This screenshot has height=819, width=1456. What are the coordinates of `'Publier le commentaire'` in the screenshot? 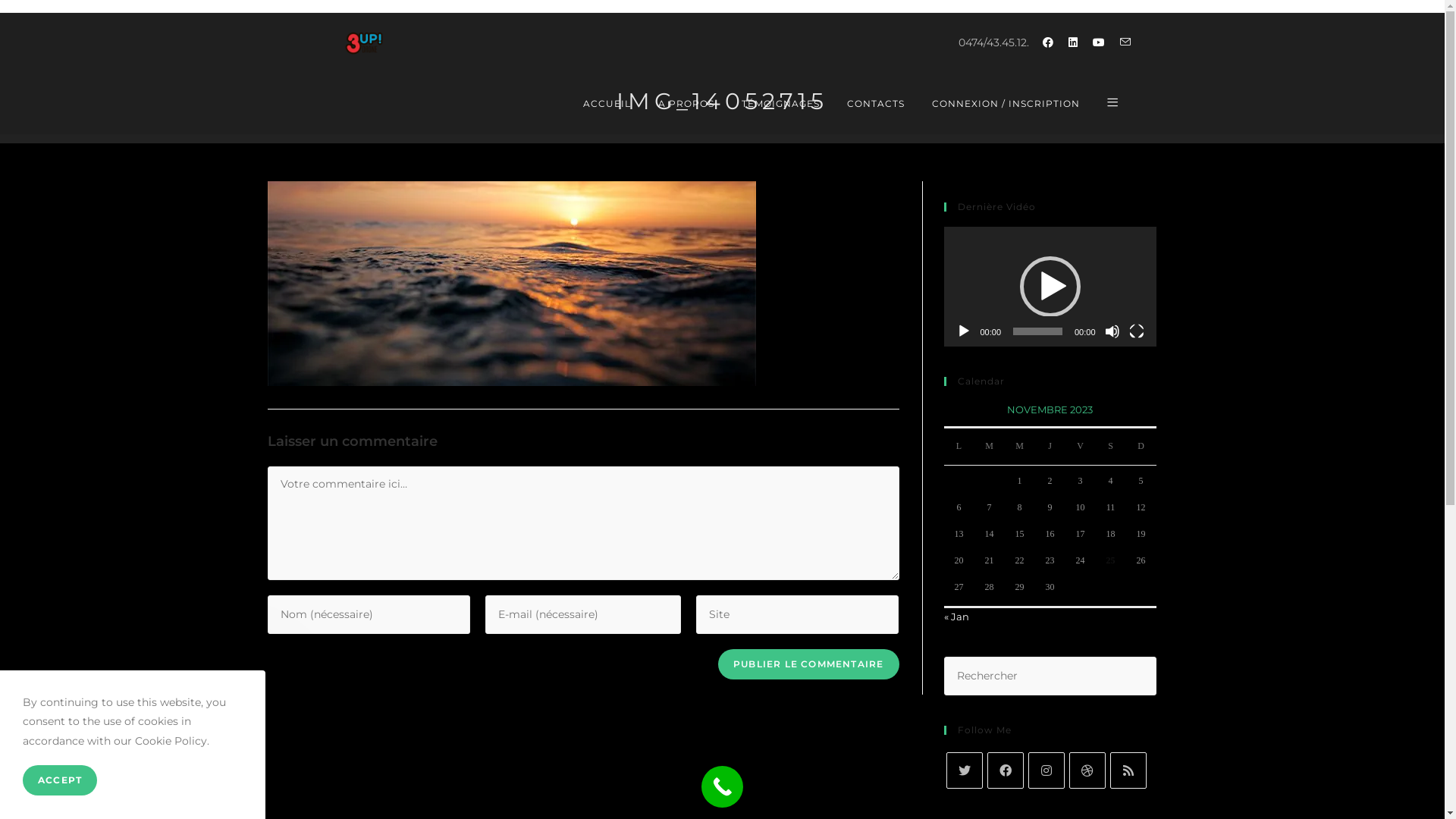 It's located at (807, 663).